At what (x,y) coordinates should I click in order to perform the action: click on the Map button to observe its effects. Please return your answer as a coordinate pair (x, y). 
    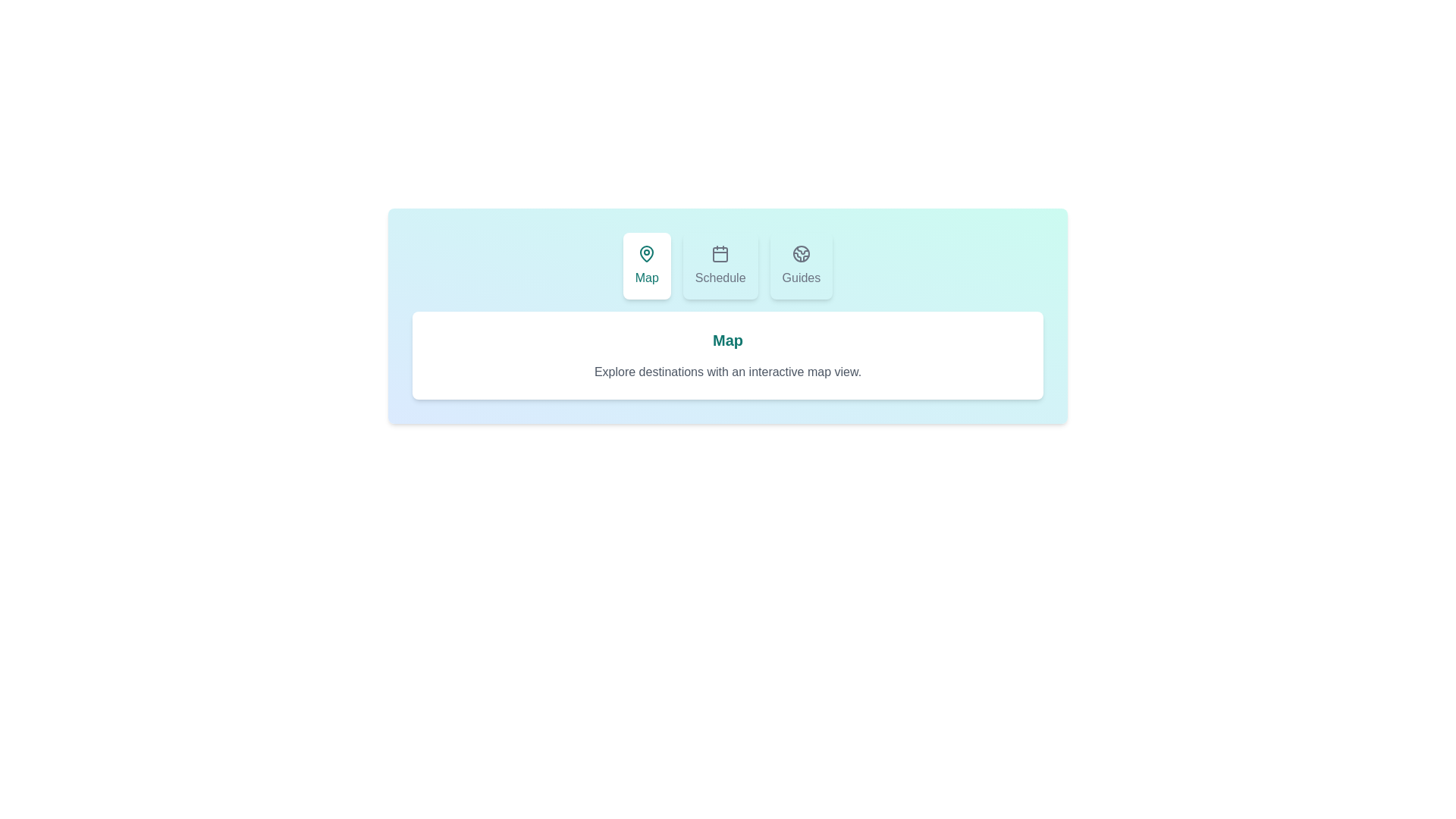
    Looking at the image, I should click on (647, 265).